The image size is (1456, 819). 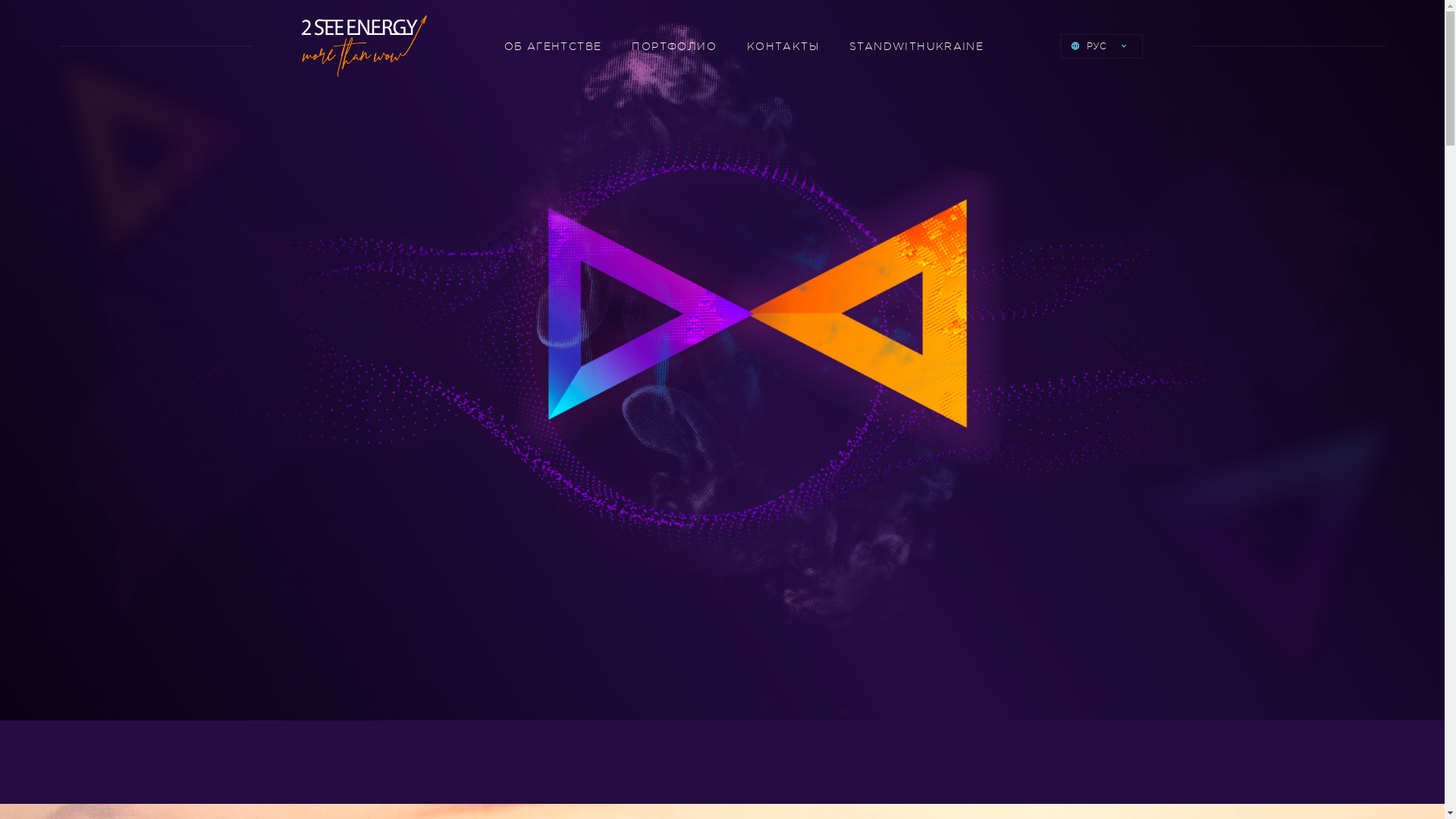 What do you see at coordinates (915, 45) in the screenshot?
I see `'STANDWITHUKRAINE'` at bounding box center [915, 45].